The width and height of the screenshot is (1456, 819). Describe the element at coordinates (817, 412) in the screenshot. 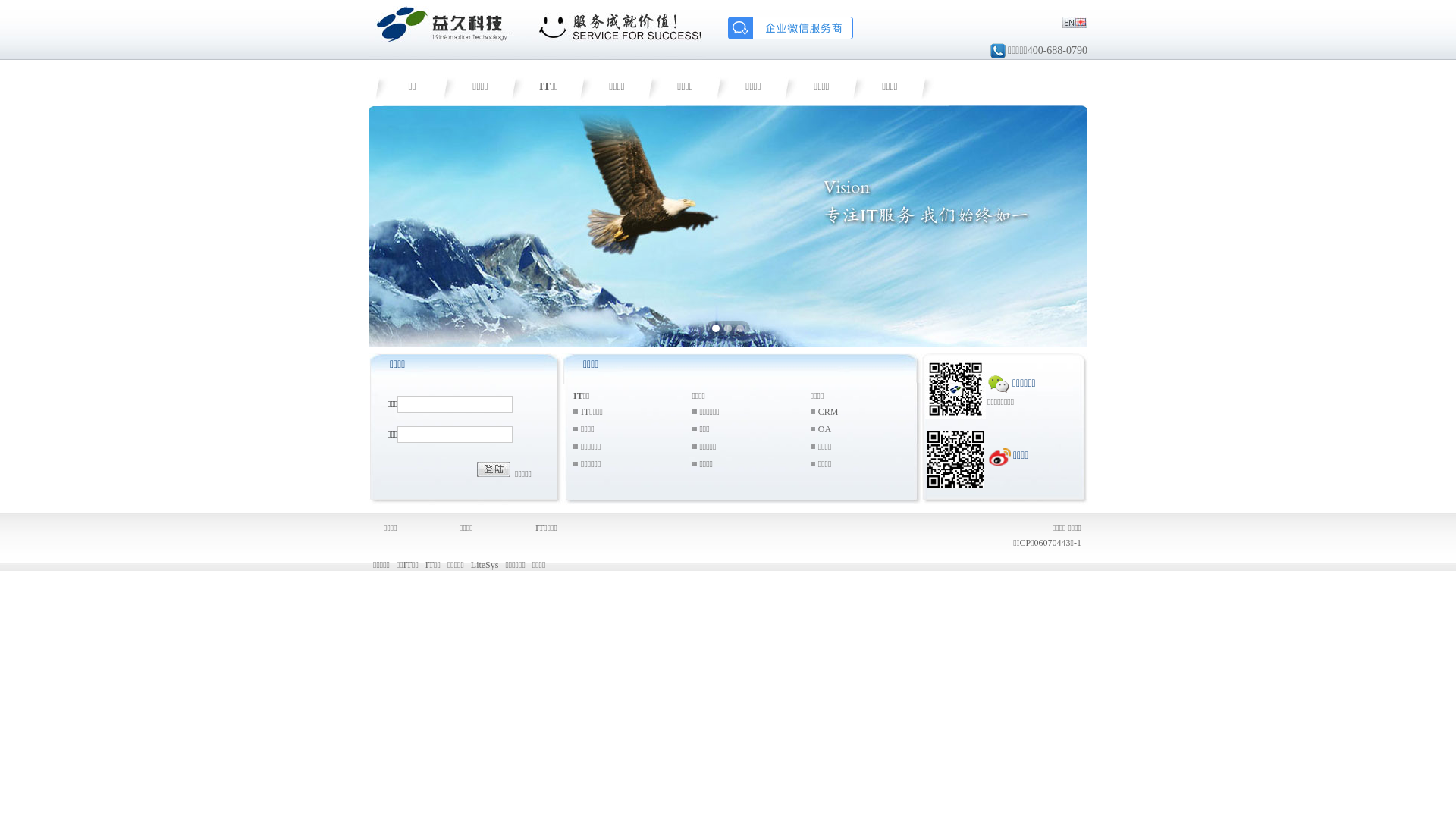

I see `'CRM'` at that location.